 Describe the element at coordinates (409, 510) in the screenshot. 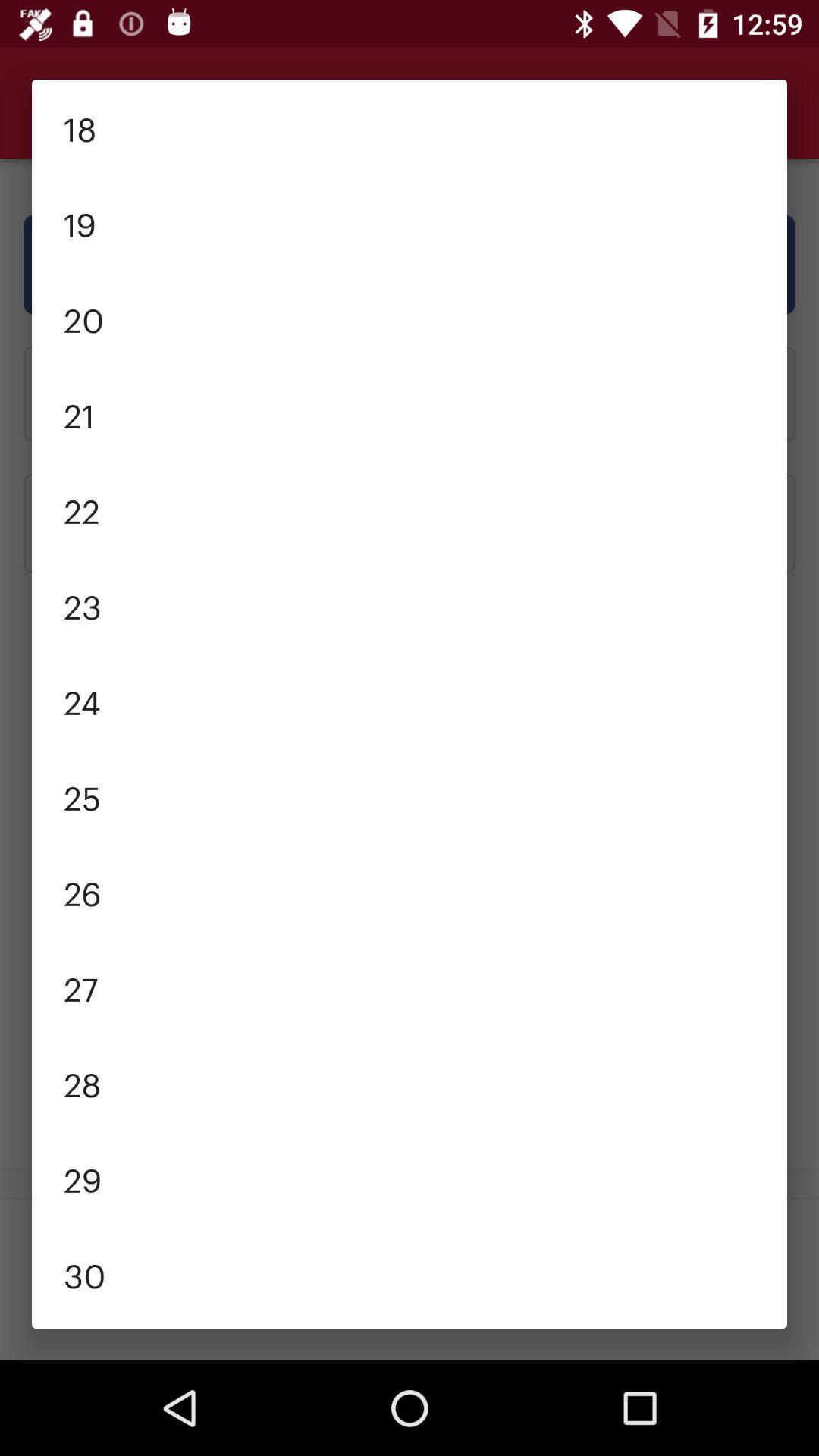

I see `the 22 item` at that location.